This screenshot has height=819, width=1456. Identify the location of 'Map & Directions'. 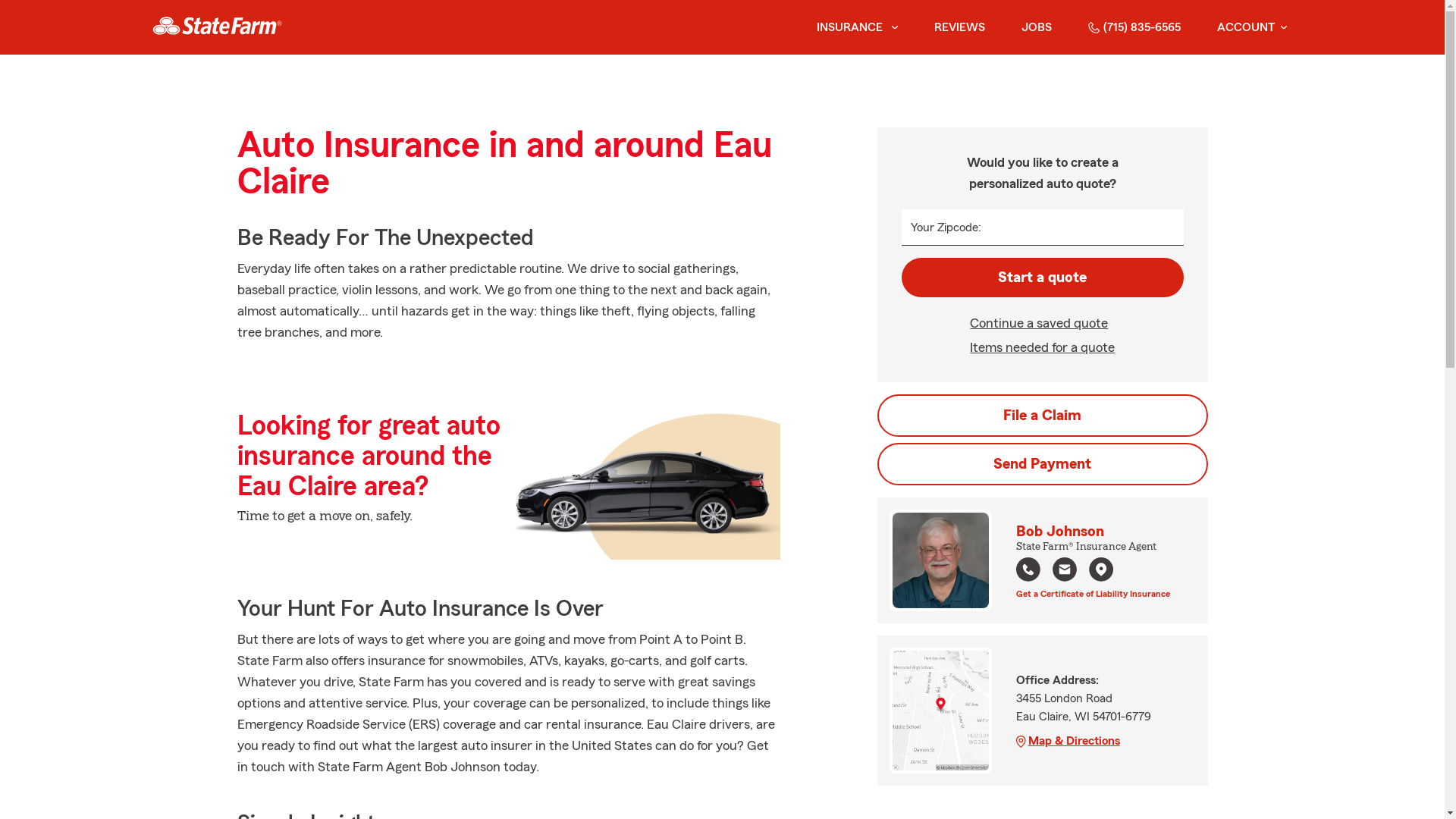
(1092, 739).